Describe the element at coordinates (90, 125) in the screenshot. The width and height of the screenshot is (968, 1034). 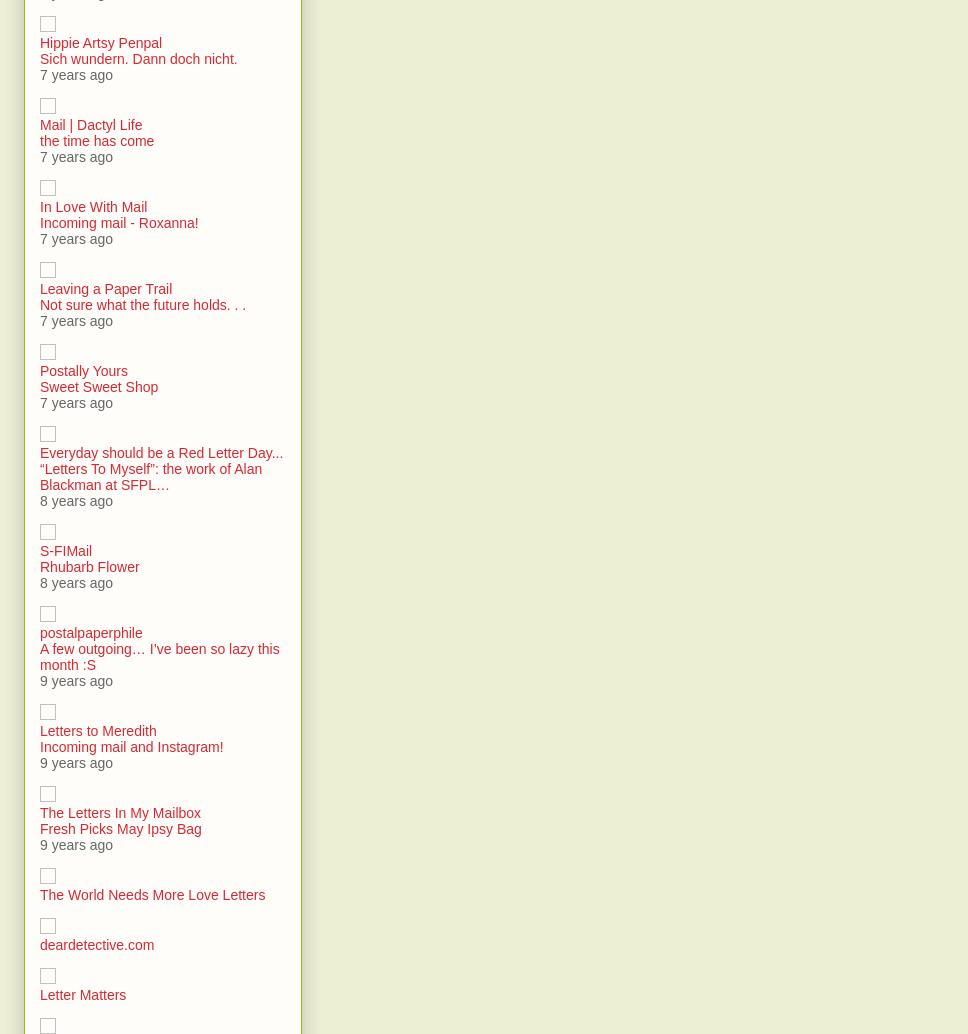
I see `'Mail | Dactyl Life'` at that location.